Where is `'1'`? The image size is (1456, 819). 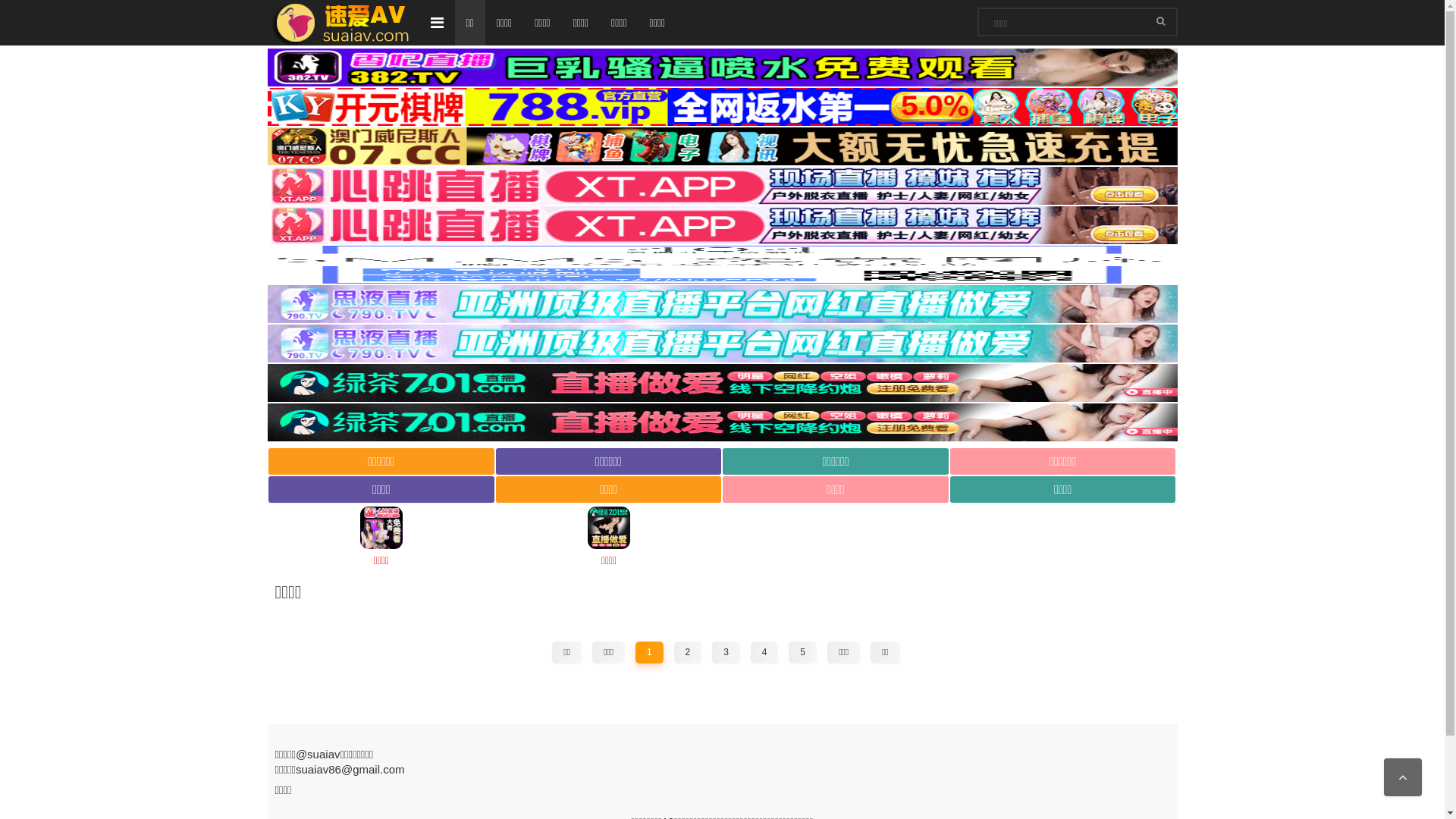 '1' is located at coordinates (649, 651).